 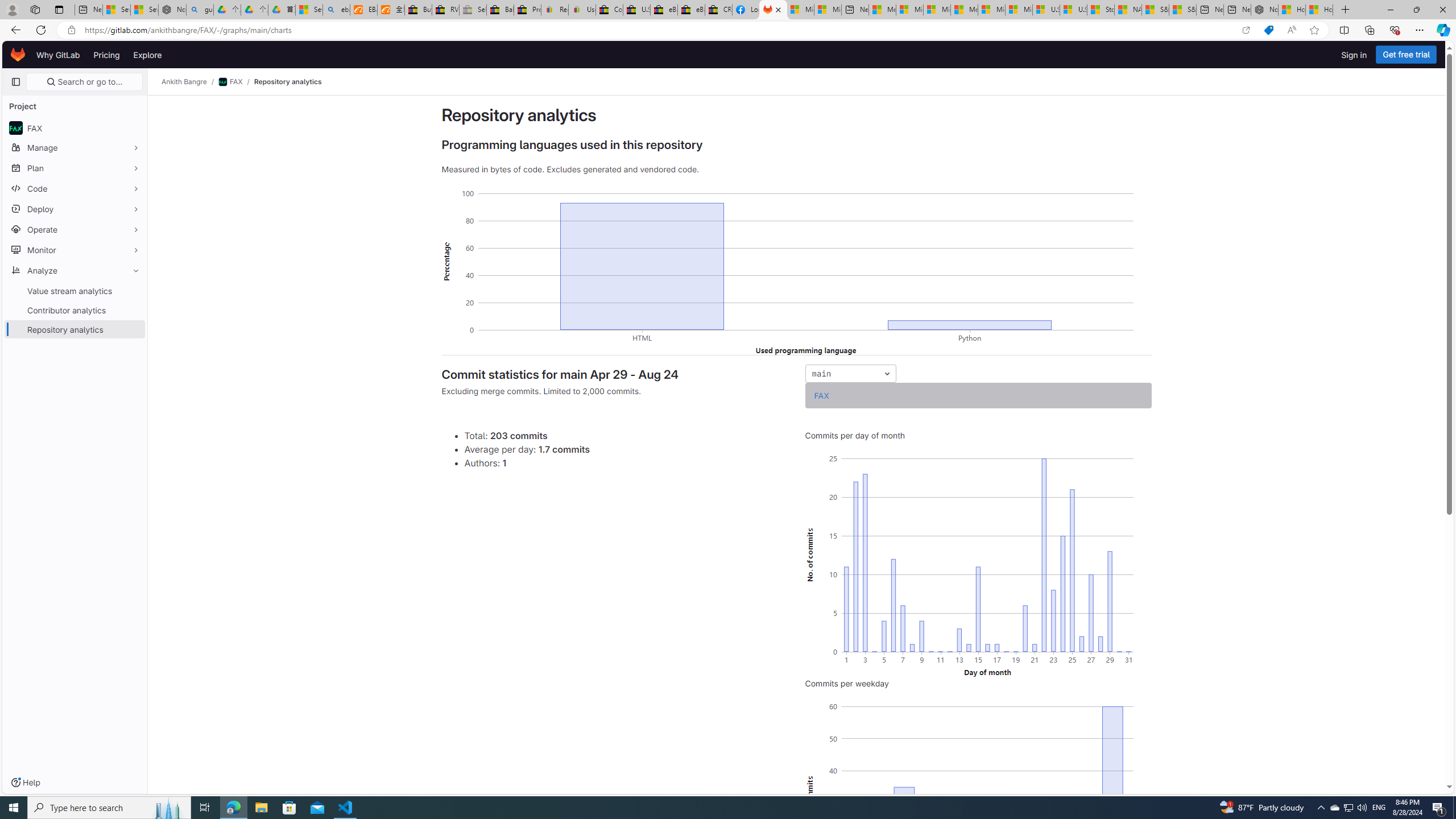 What do you see at coordinates (74, 290) in the screenshot?
I see `'Value stream analytics'` at bounding box center [74, 290].